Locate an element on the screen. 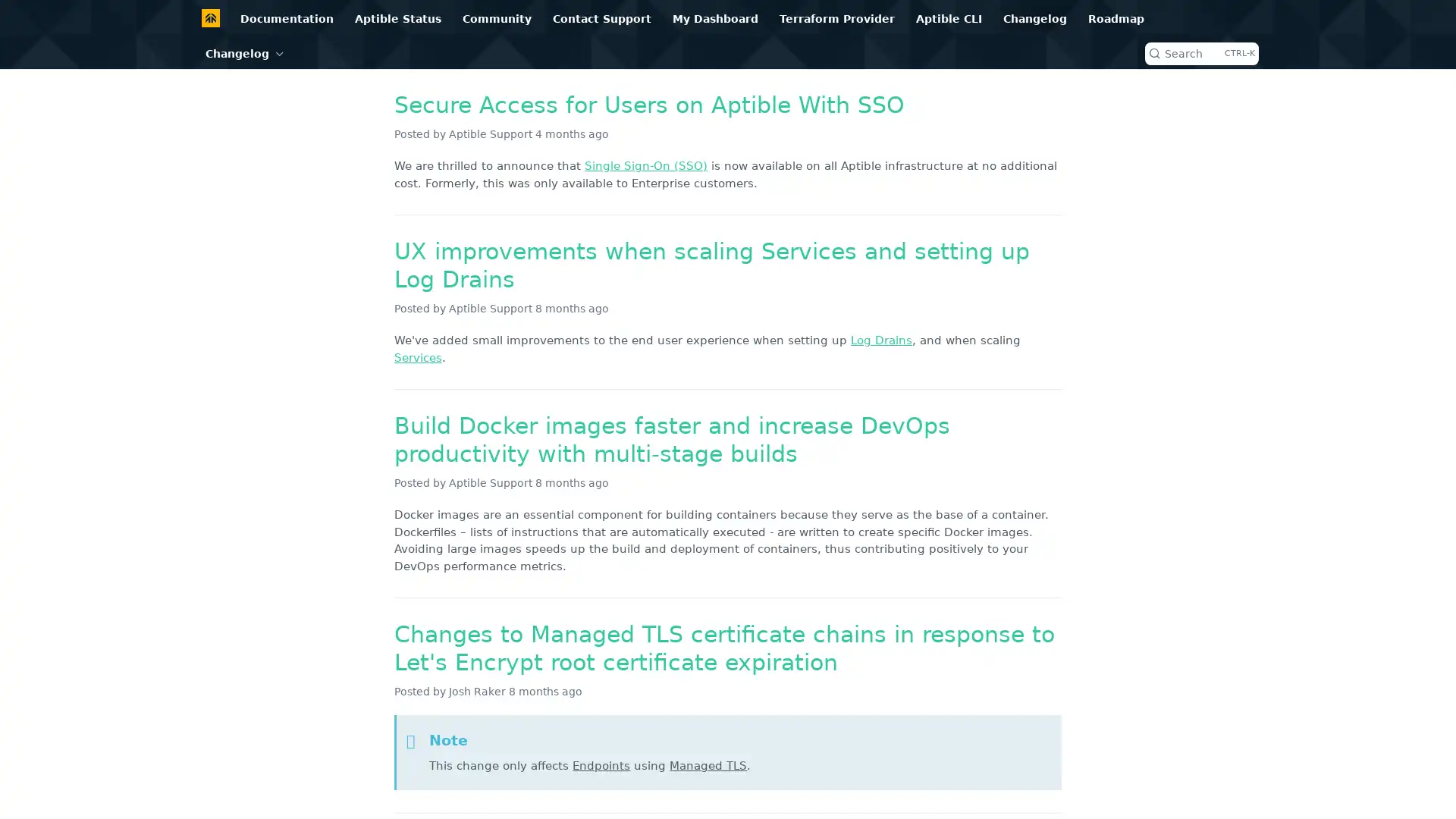 Image resolution: width=1456 pixels, height=819 pixels. Changelog is located at coordinates (243, 52).